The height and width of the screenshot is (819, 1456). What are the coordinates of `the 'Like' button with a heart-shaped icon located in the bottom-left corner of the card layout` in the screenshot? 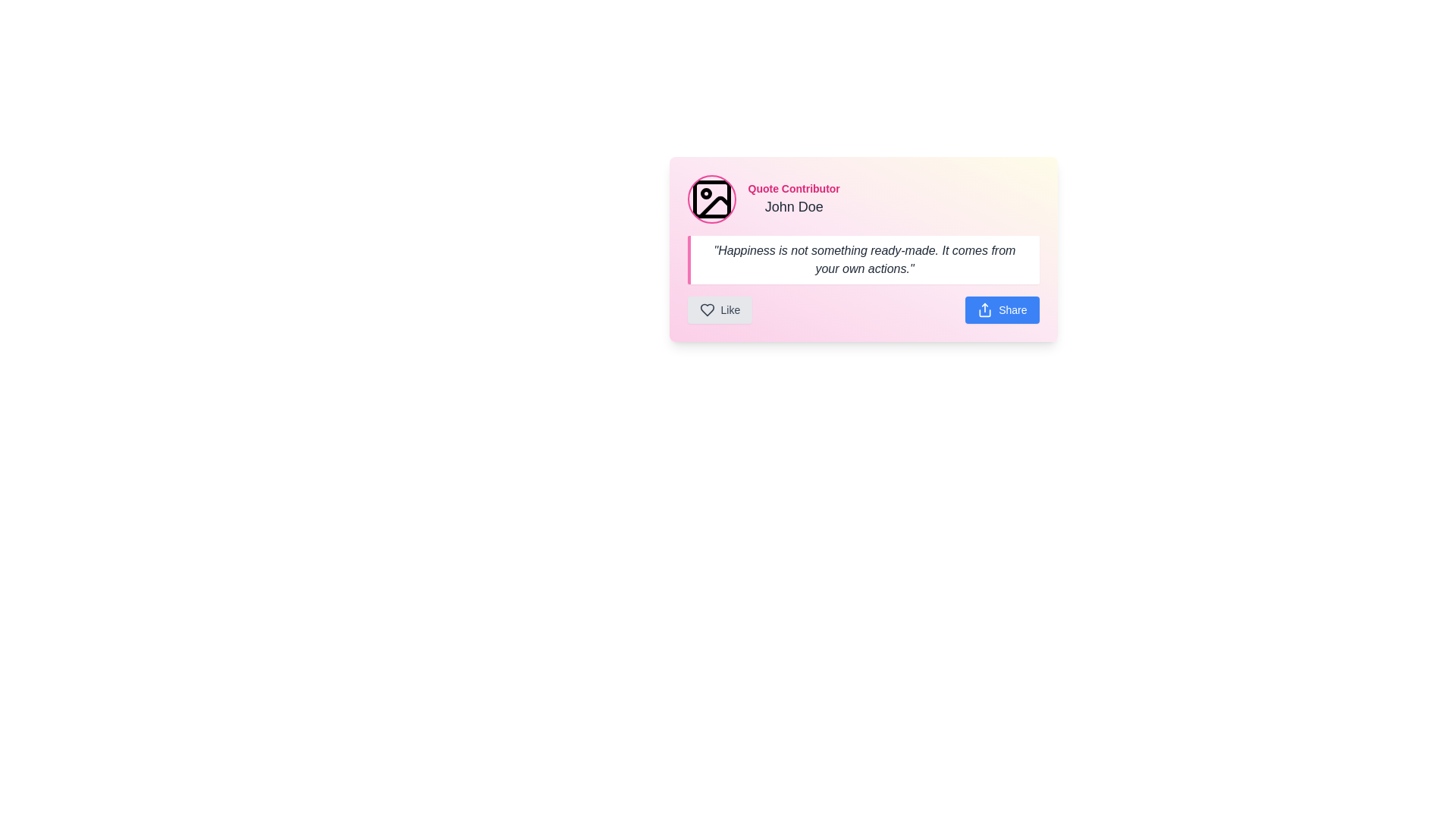 It's located at (719, 309).